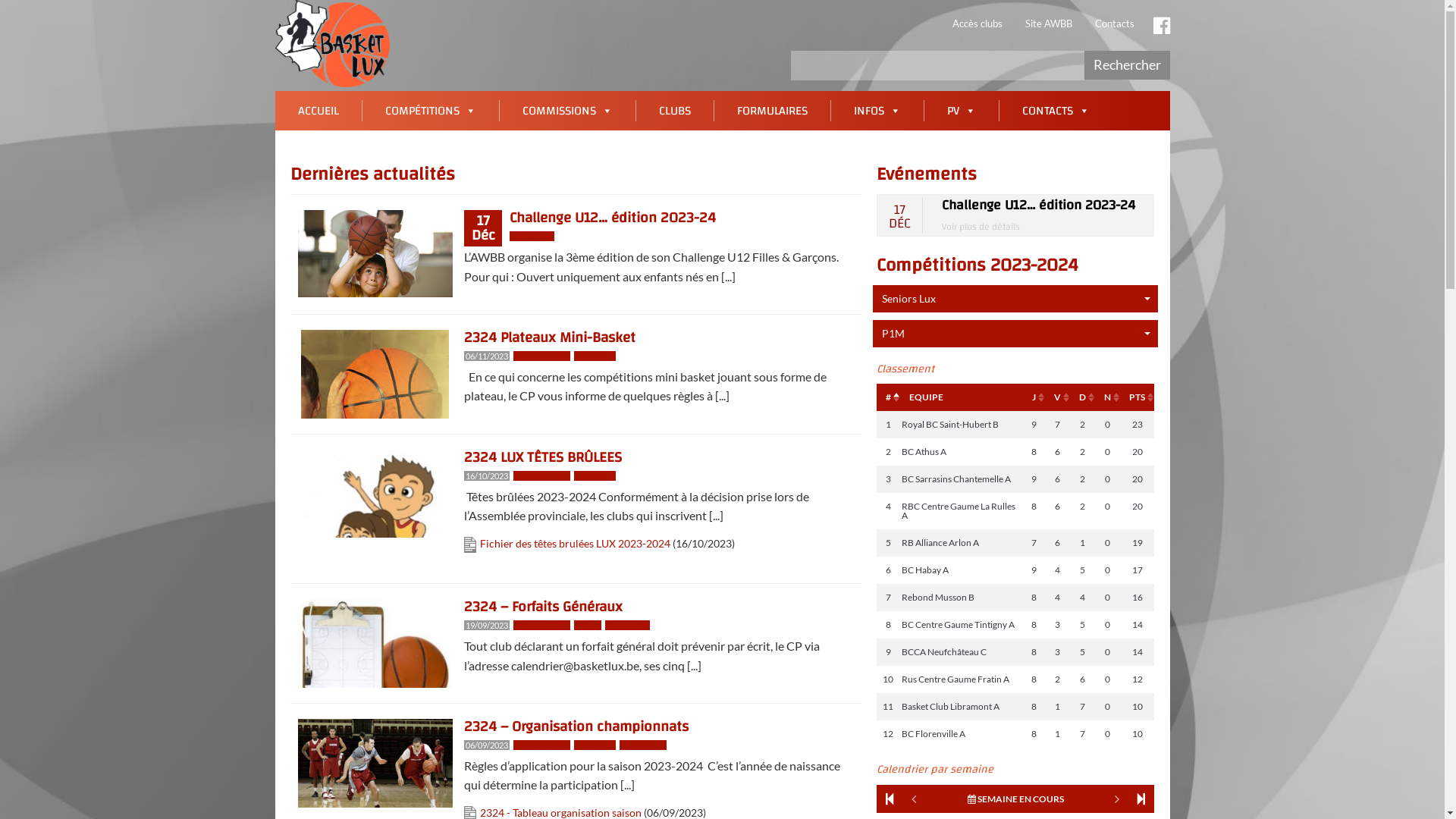 This screenshot has height=819, width=1456. I want to click on 'Logo', so click(331, 42).